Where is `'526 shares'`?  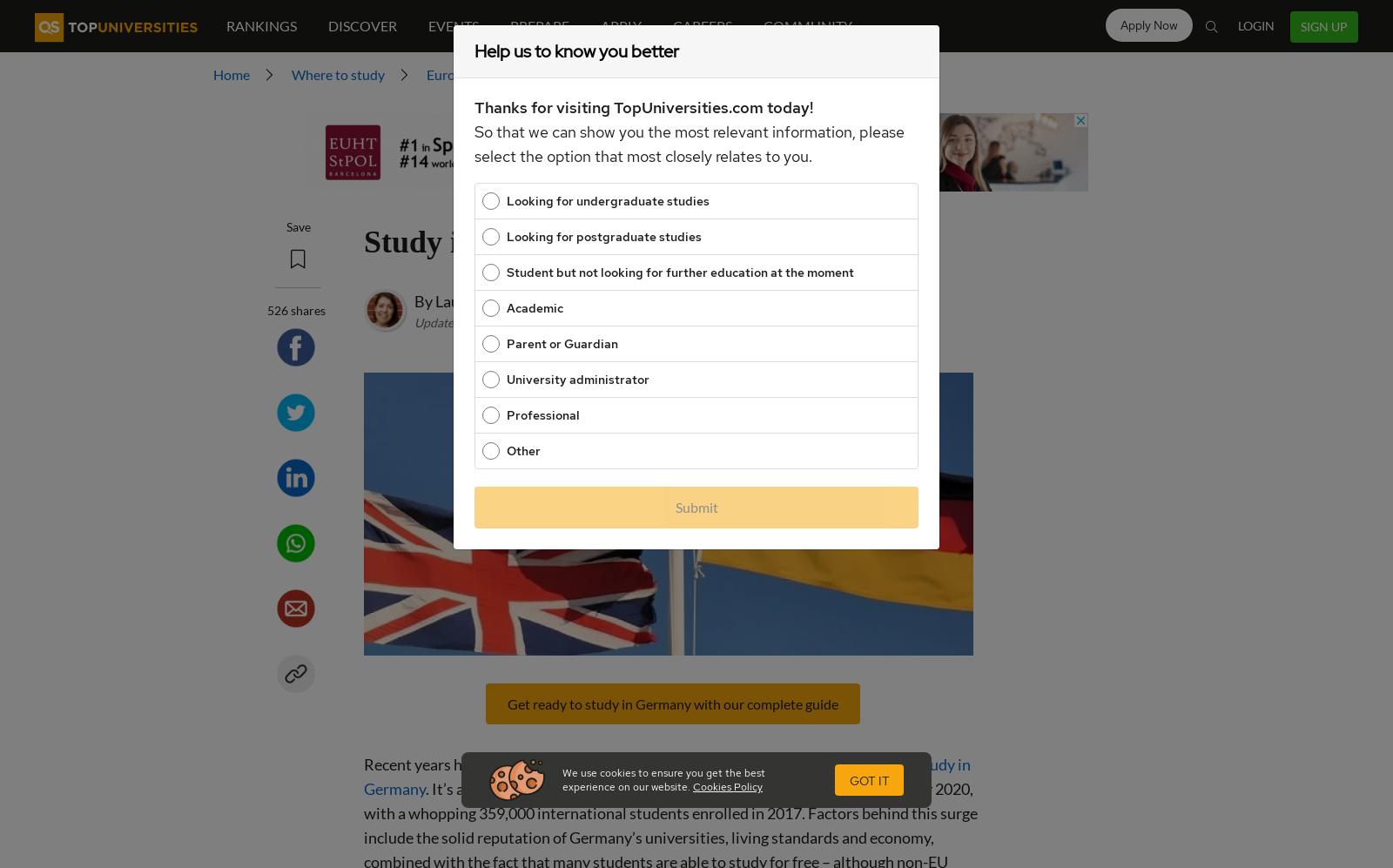 '526 shares' is located at coordinates (266, 309).